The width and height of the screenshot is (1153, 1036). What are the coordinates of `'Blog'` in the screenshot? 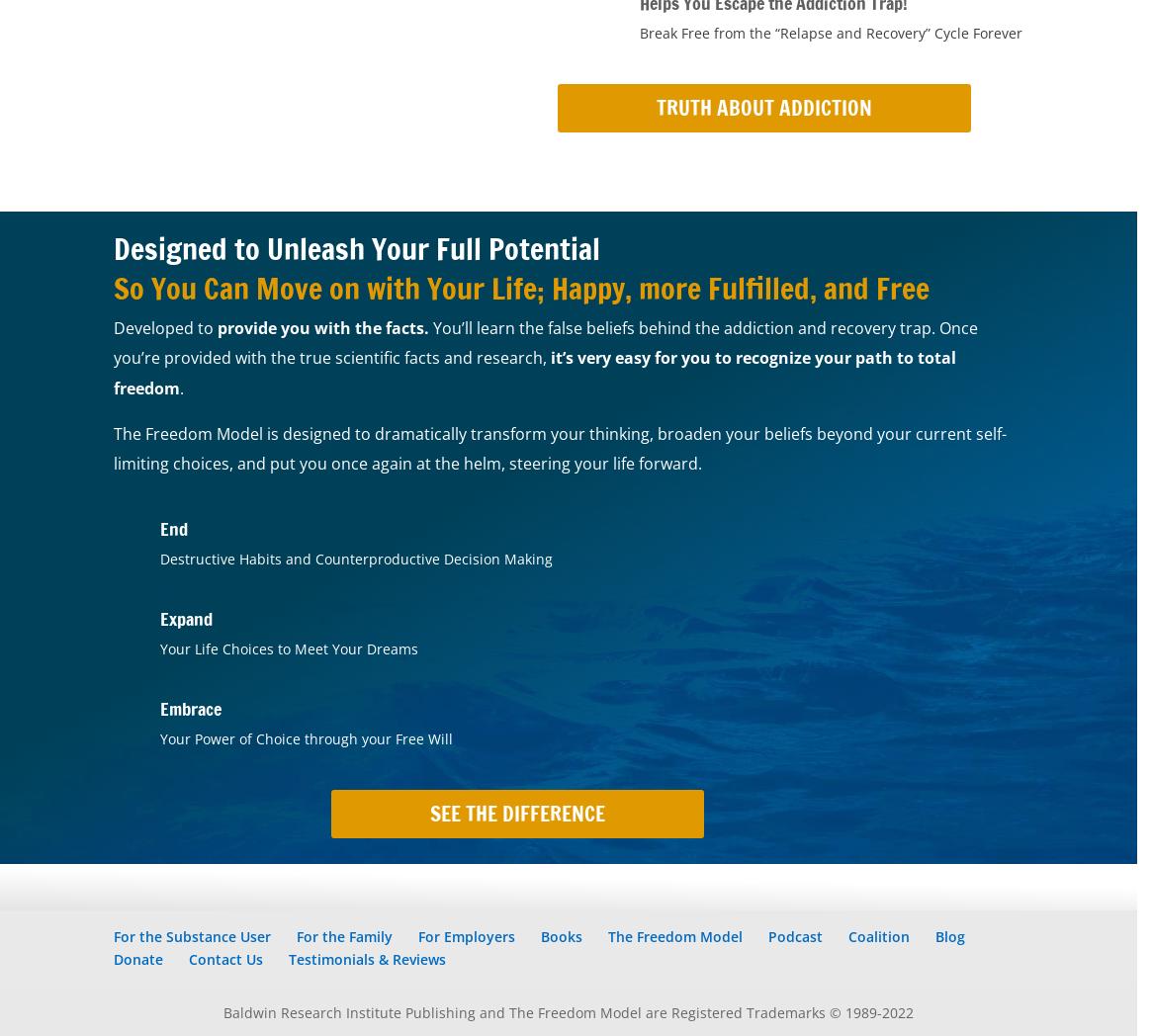 It's located at (950, 935).